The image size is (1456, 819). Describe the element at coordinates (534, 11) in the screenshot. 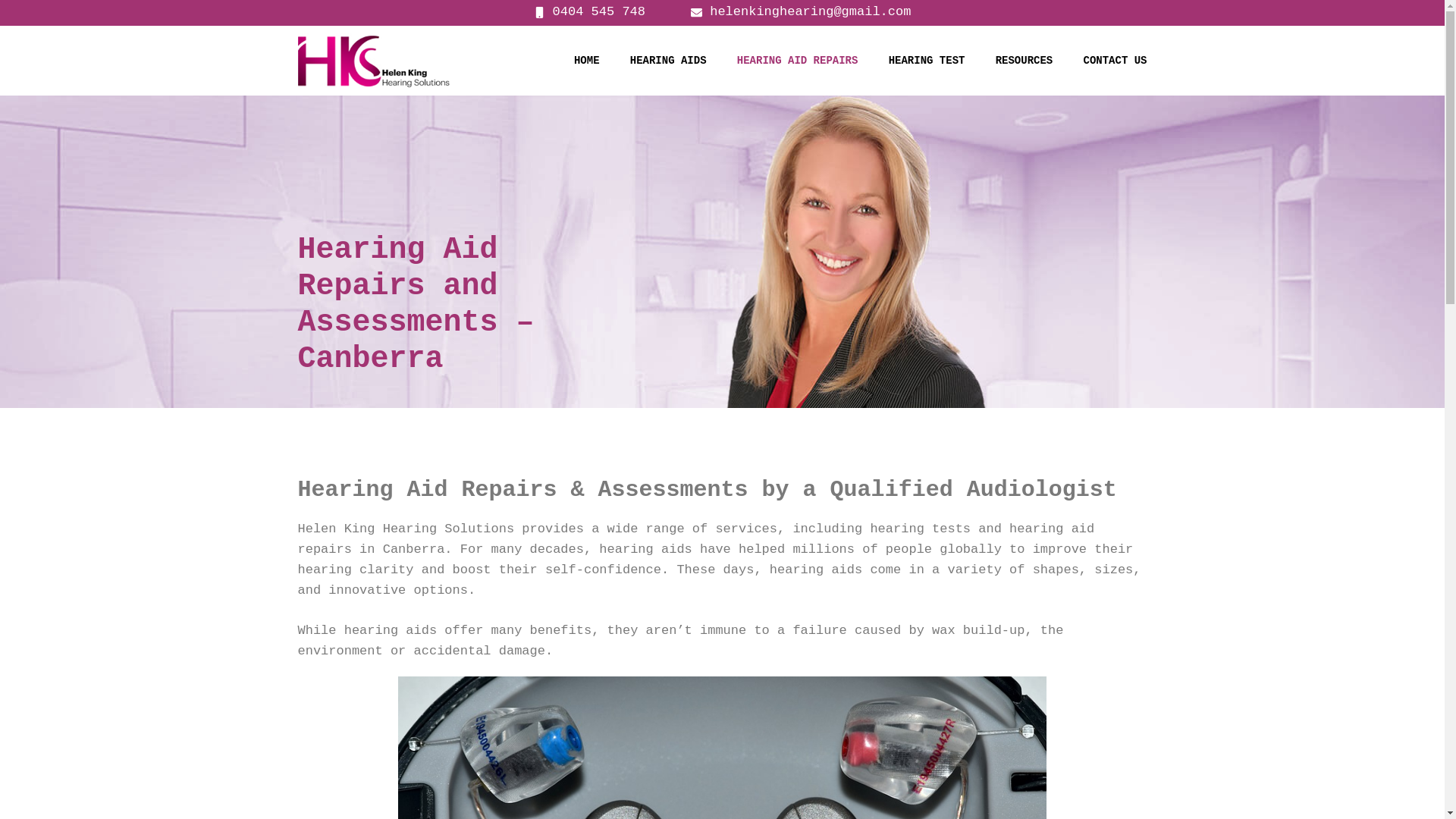

I see `'0404 545 748'` at that location.